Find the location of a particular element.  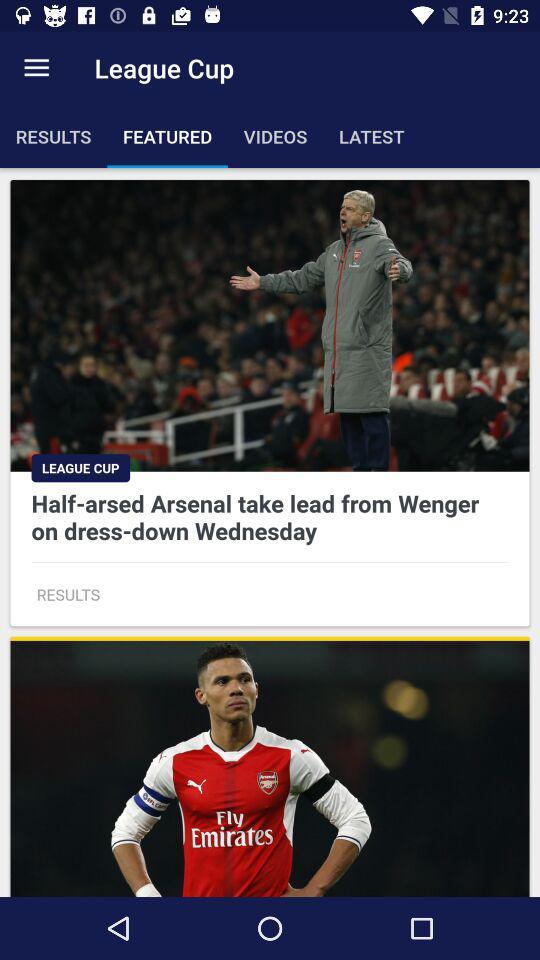

the item to the left of league cup icon is located at coordinates (36, 68).